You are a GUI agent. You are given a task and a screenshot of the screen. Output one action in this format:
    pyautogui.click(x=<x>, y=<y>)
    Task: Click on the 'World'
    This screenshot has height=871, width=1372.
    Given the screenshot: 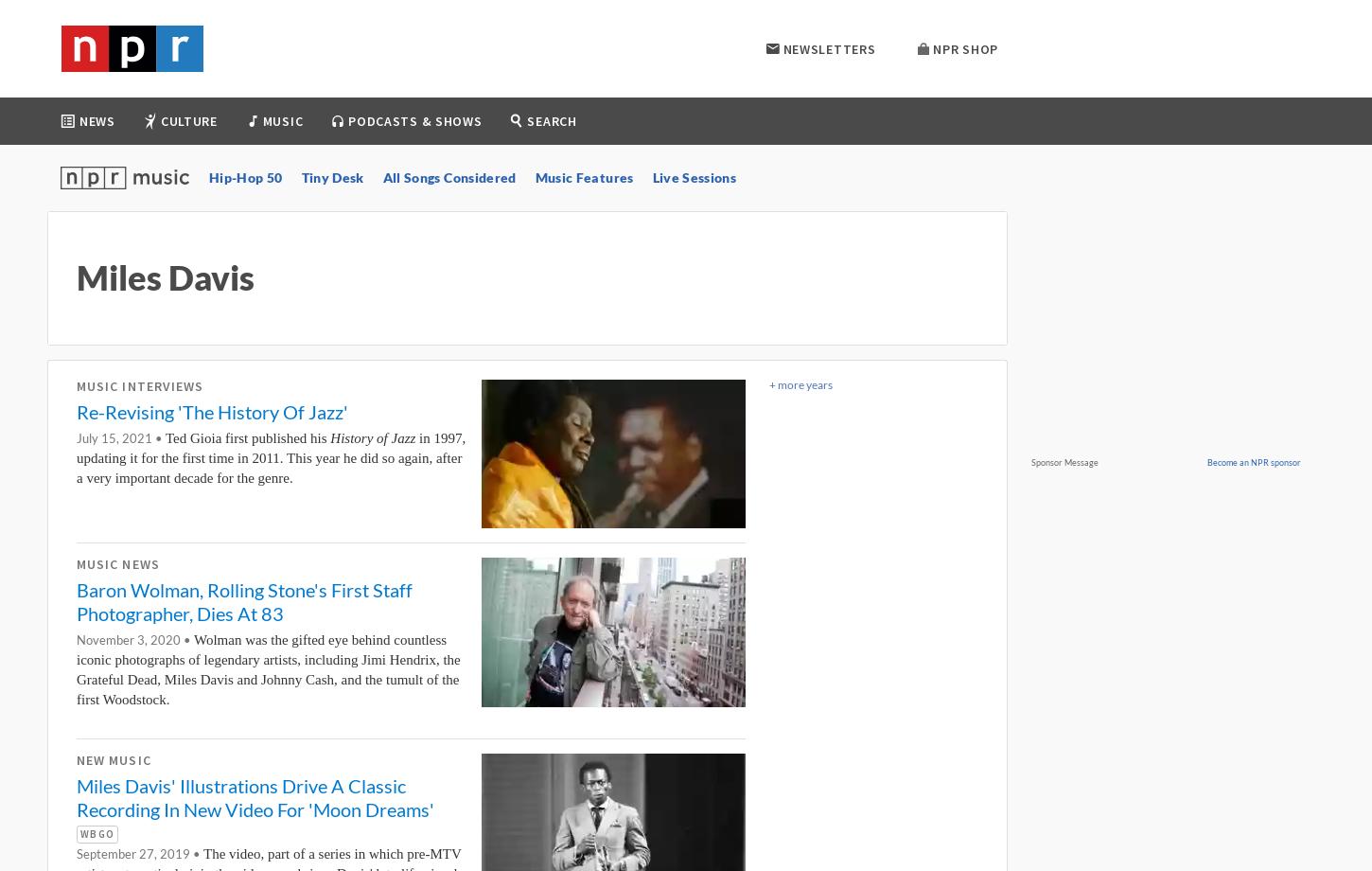 What is the action you would take?
    pyautogui.click(x=187, y=182)
    